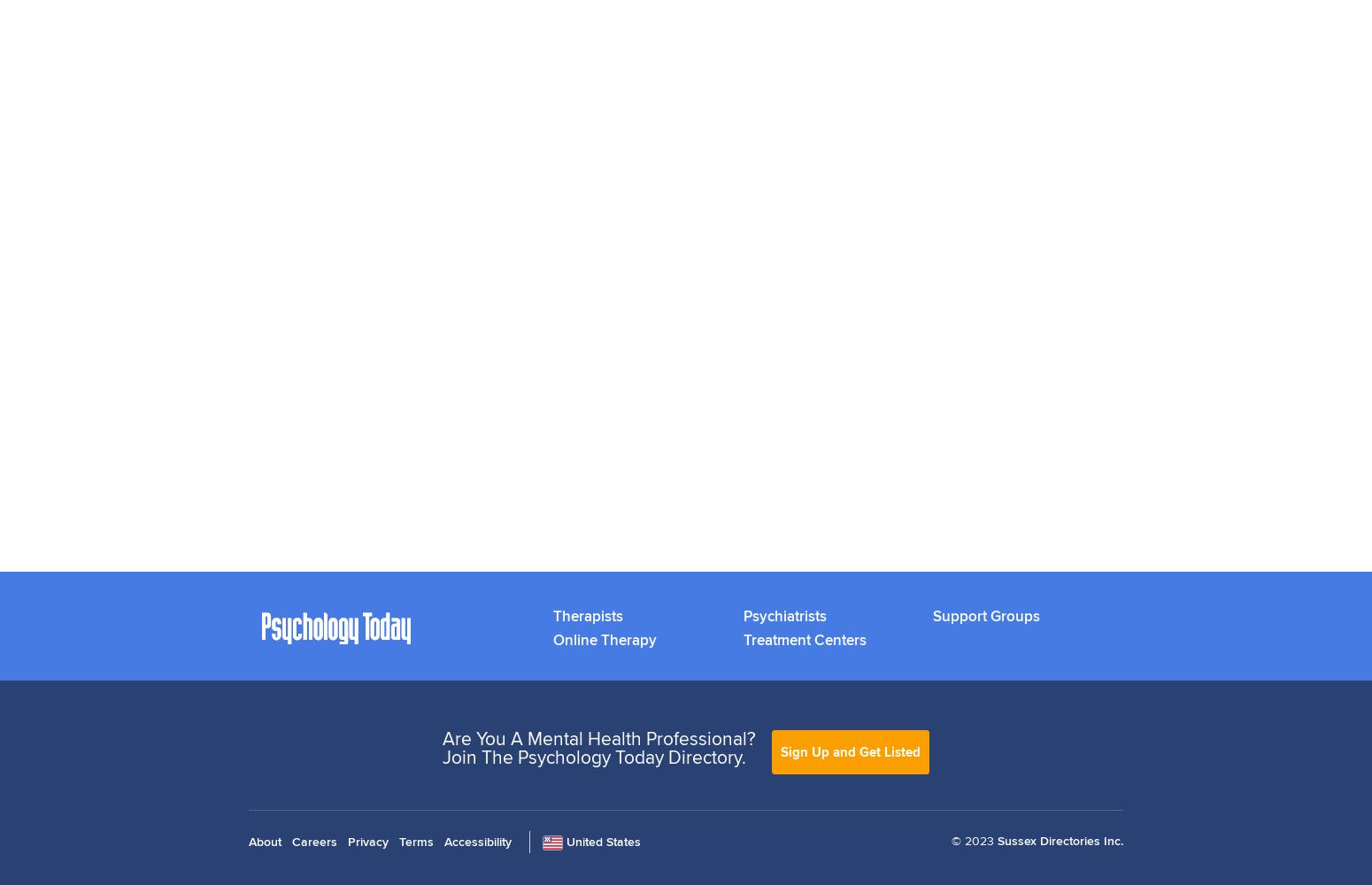 The image size is (1372, 885). I want to click on '© 2023', so click(971, 839).